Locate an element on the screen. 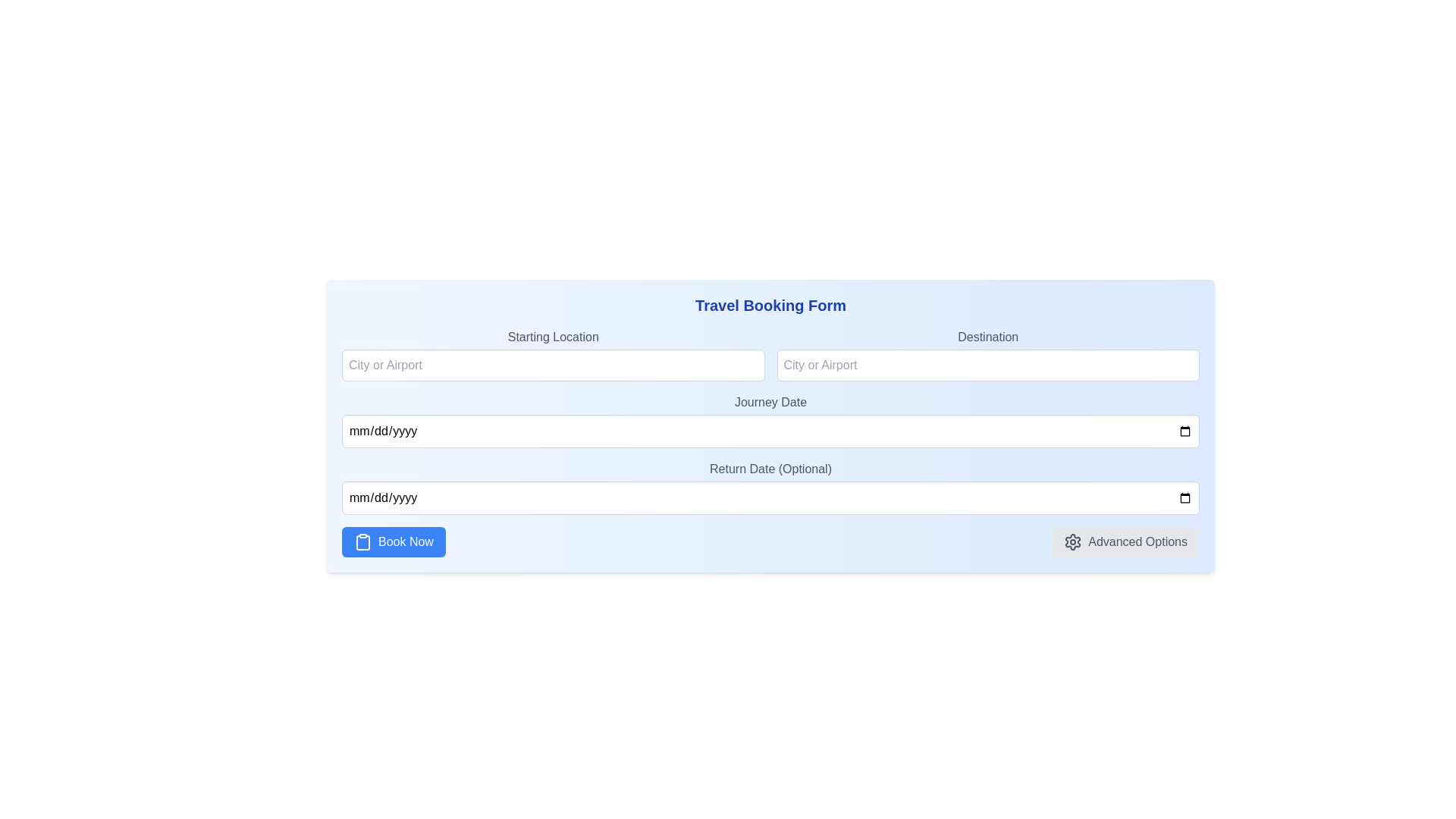 The height and width of the screenshot is (819, 1456). the 'Return Date (Optional)' input field to focus on it is located at coordinates (770, 488).